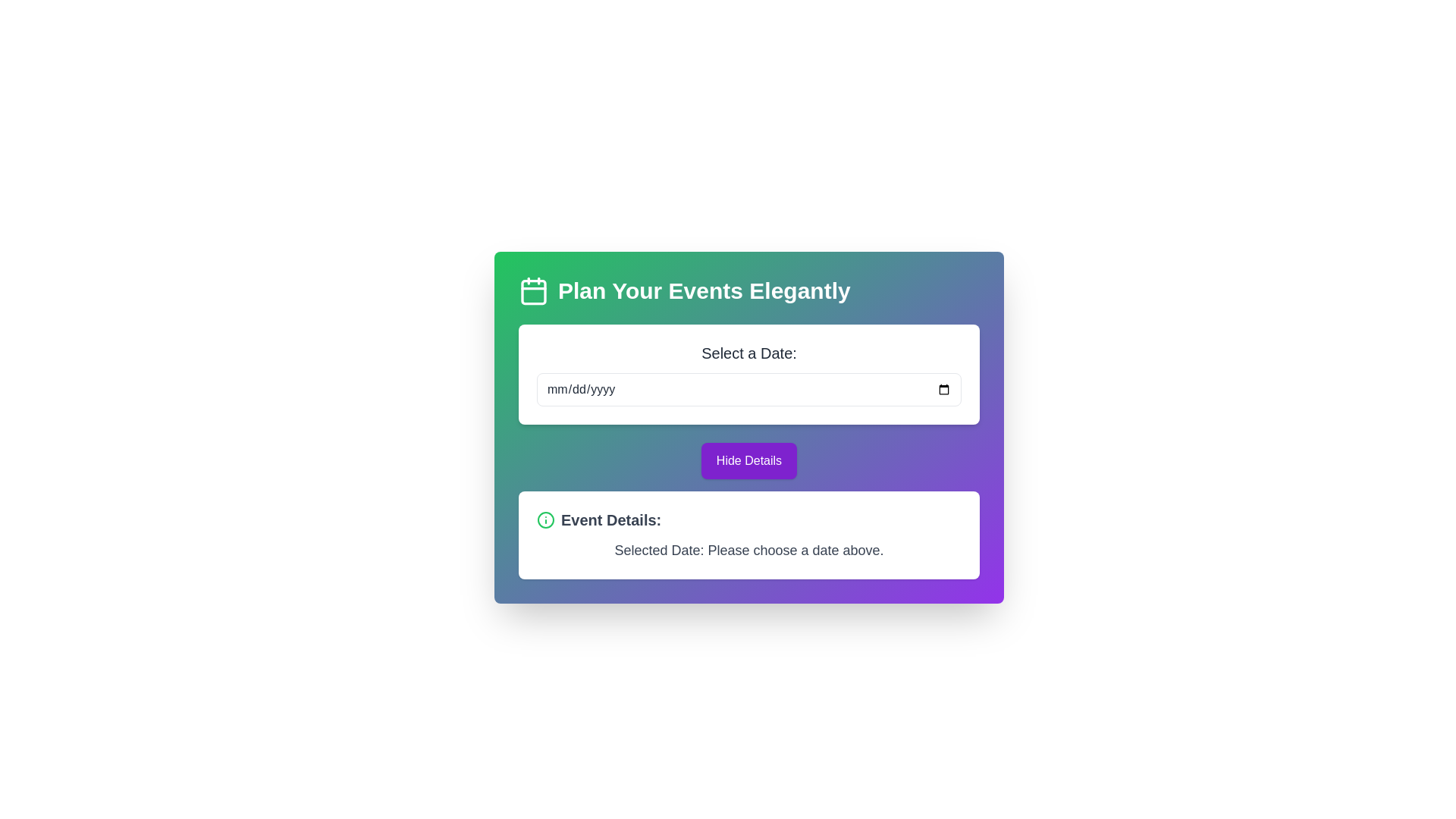 This screenshot has height=819, width=1456. I want to click on the purple button labeled 'Hide Details' to change its color, which is located below the 'Select a Date:' section and above the 'Event Details:' section, so click(749, 460).